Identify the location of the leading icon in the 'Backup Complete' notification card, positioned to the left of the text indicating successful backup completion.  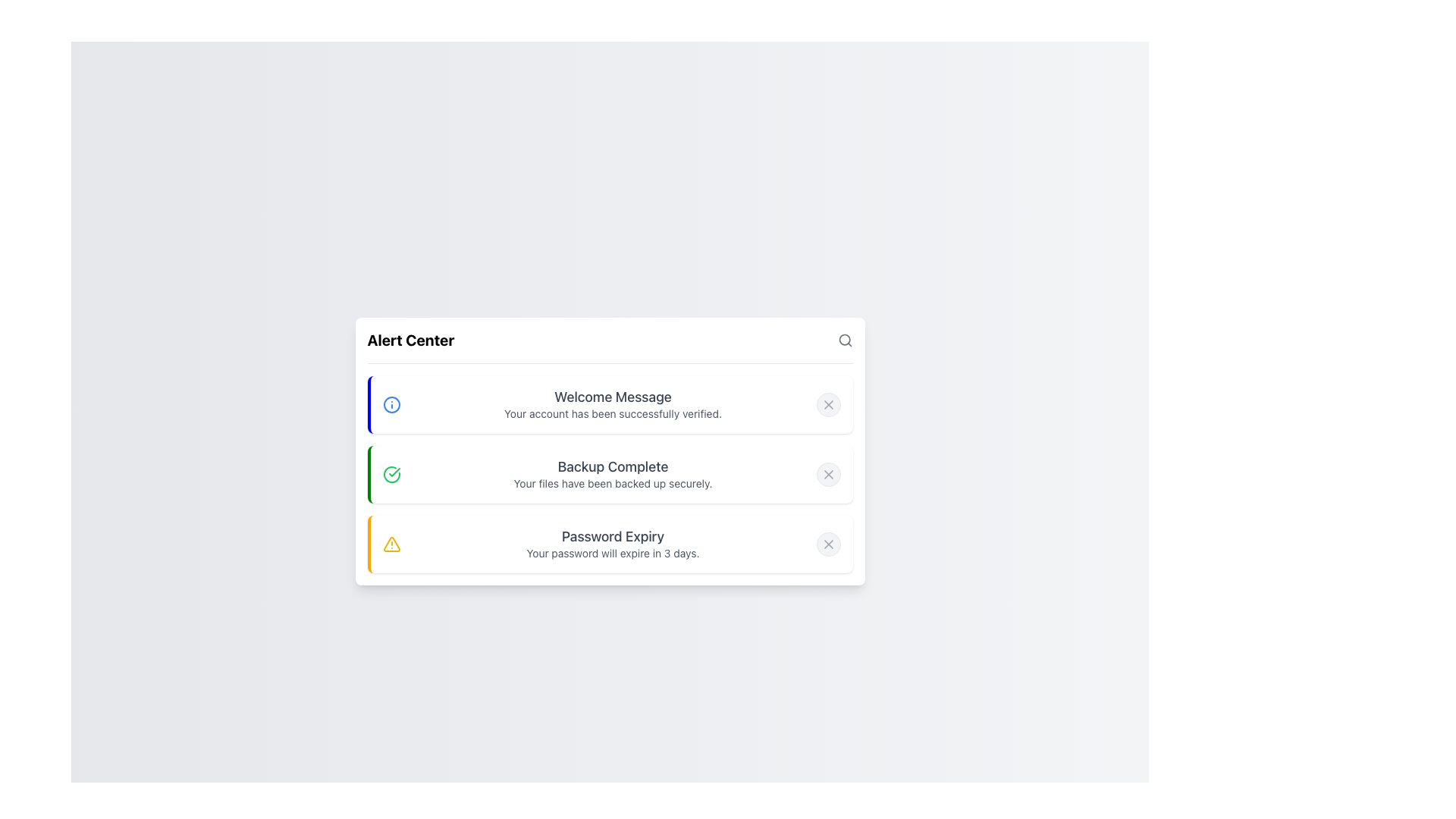
(391, 473).